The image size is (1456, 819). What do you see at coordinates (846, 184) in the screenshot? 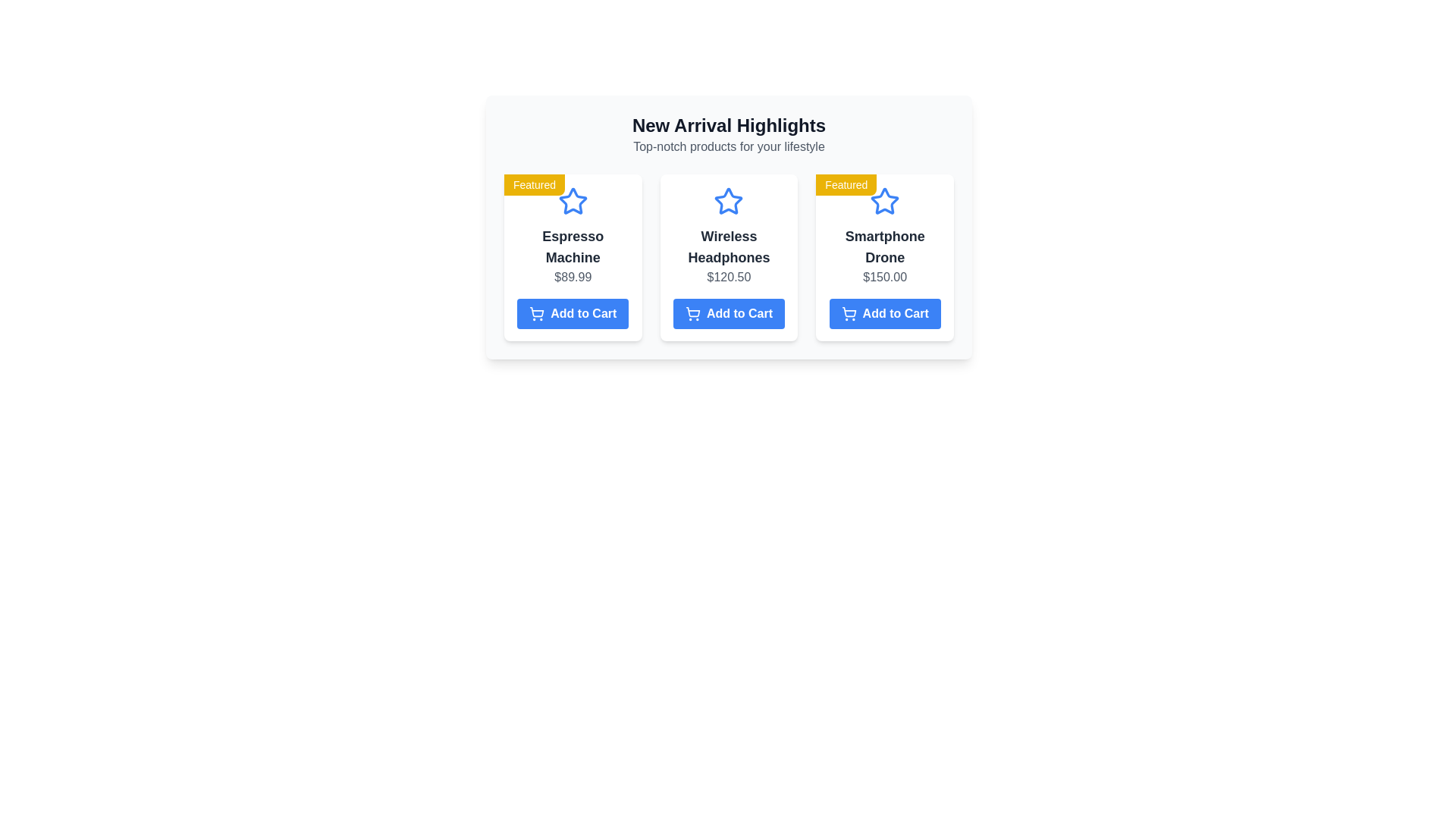
I see `the 'Featured' label, which is a yellow tag with white text, positioned at the top-left corner of the 'Smartphone Drone' item card` at bounding box center [846, 184].